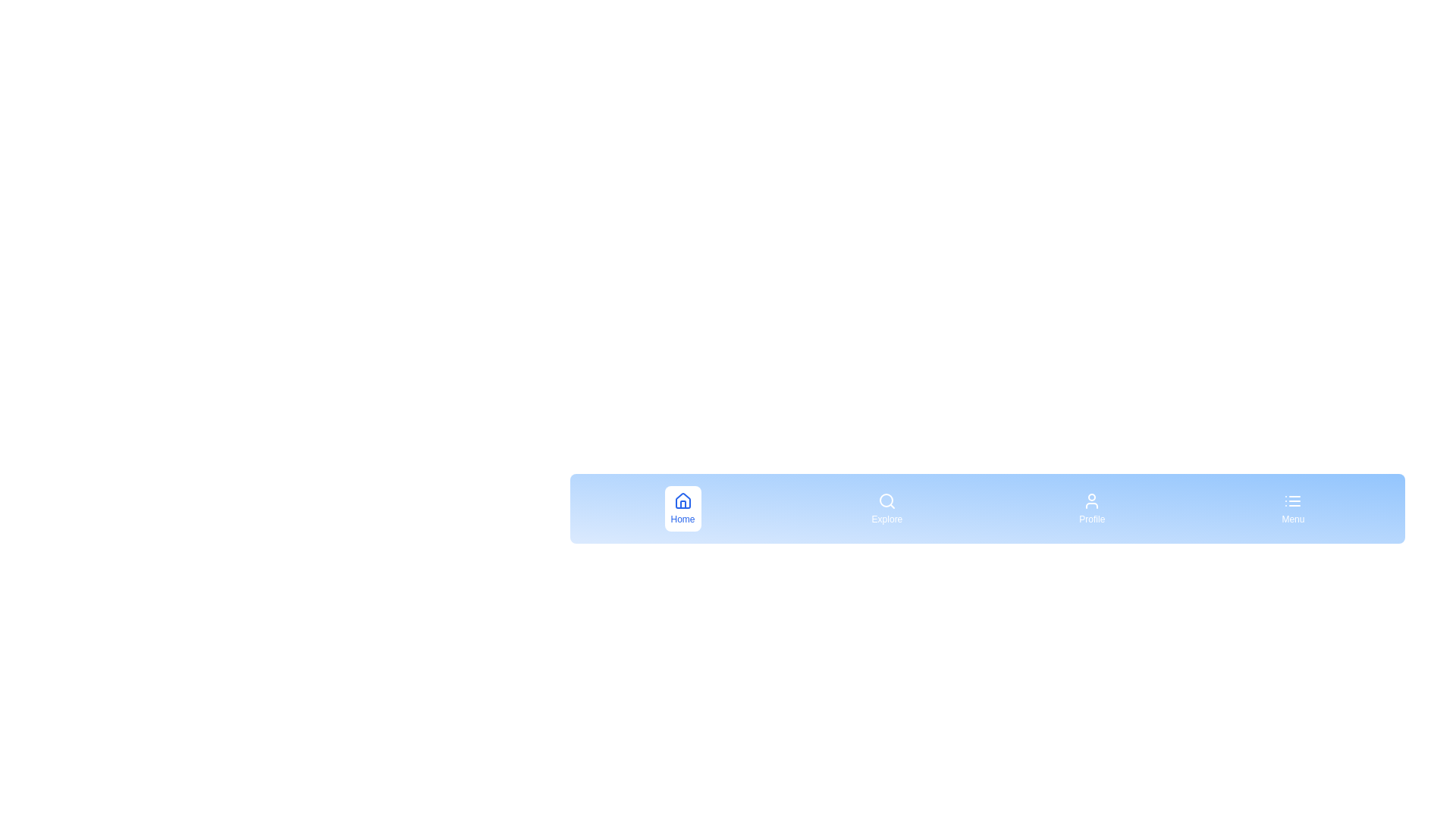 Image resolution: width=1456 pixels, height=819 pixels. What do you see at coordinates (1291, 509) in the screenshot?
I see `the Menu button to observe the hover effect` at bounding box center [1291, 509].